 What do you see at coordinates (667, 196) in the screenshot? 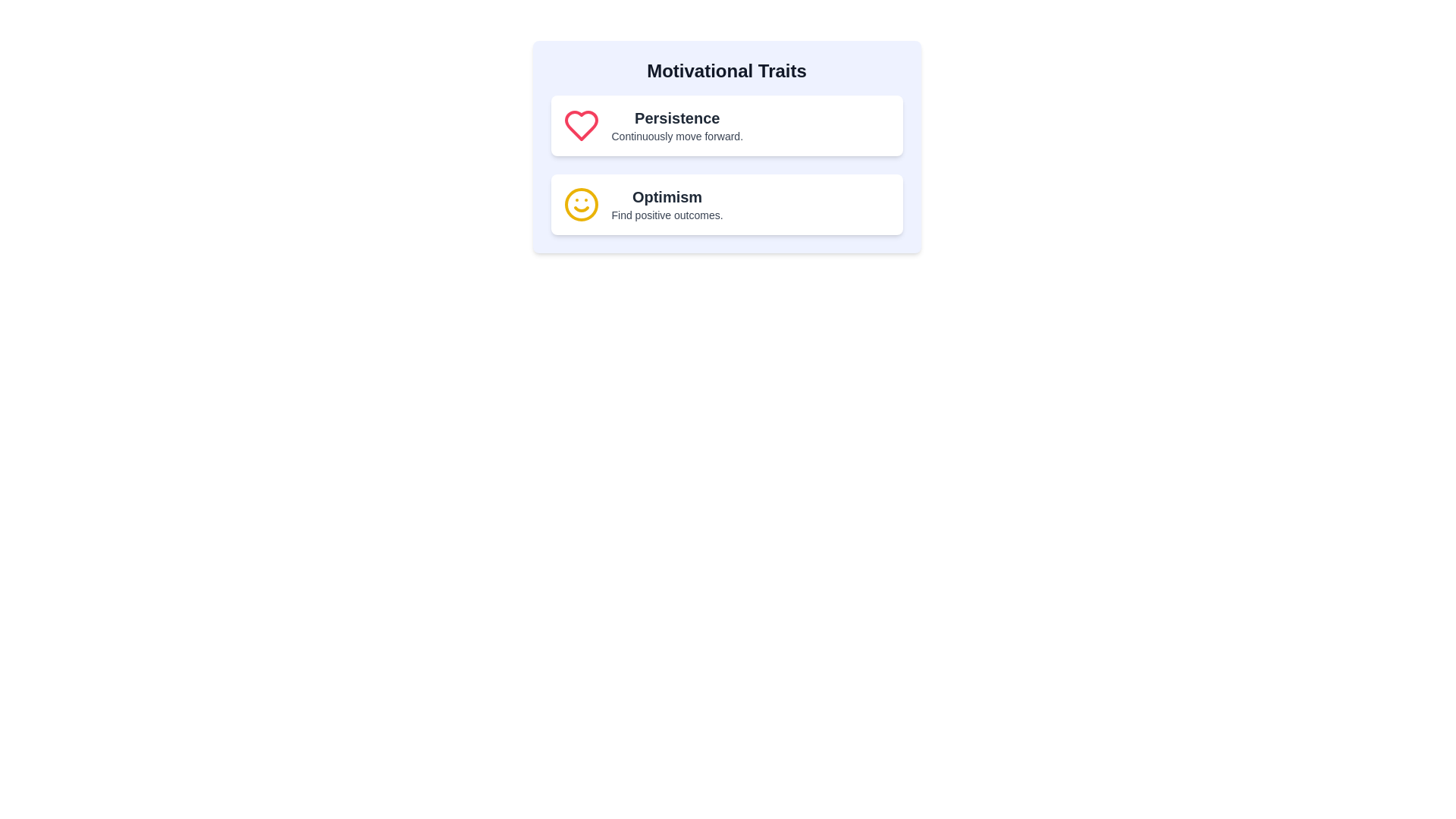
I see `the title text indicating the name of the motivational trait located in the bottom trait card, above the descriptive text 'Find positive outcomes.'` at bounding box center [667, 196].